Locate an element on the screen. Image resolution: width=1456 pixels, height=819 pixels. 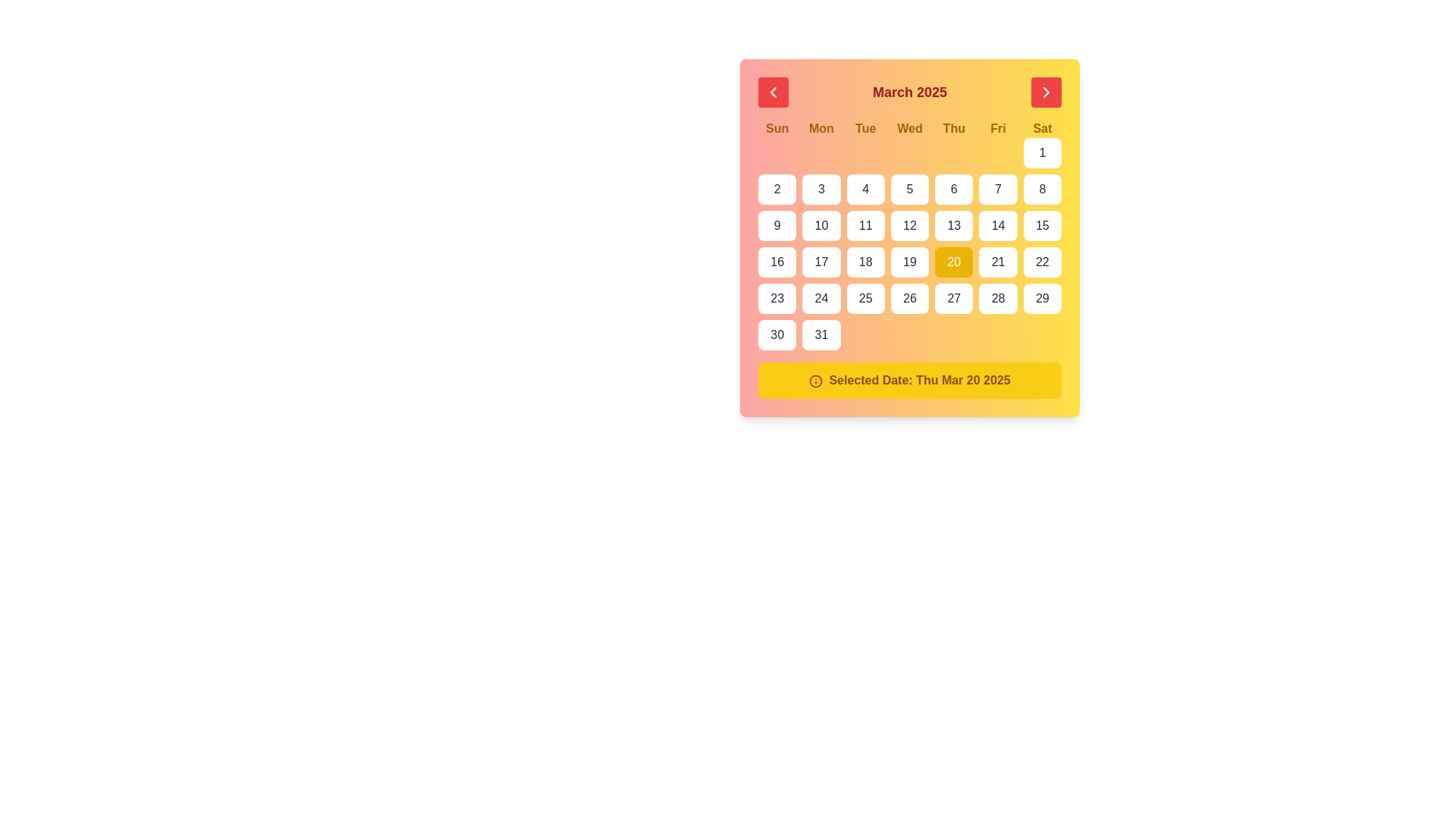
the button representing the selectable date '5' in the calendar interface is located at coordinates (910, 189).